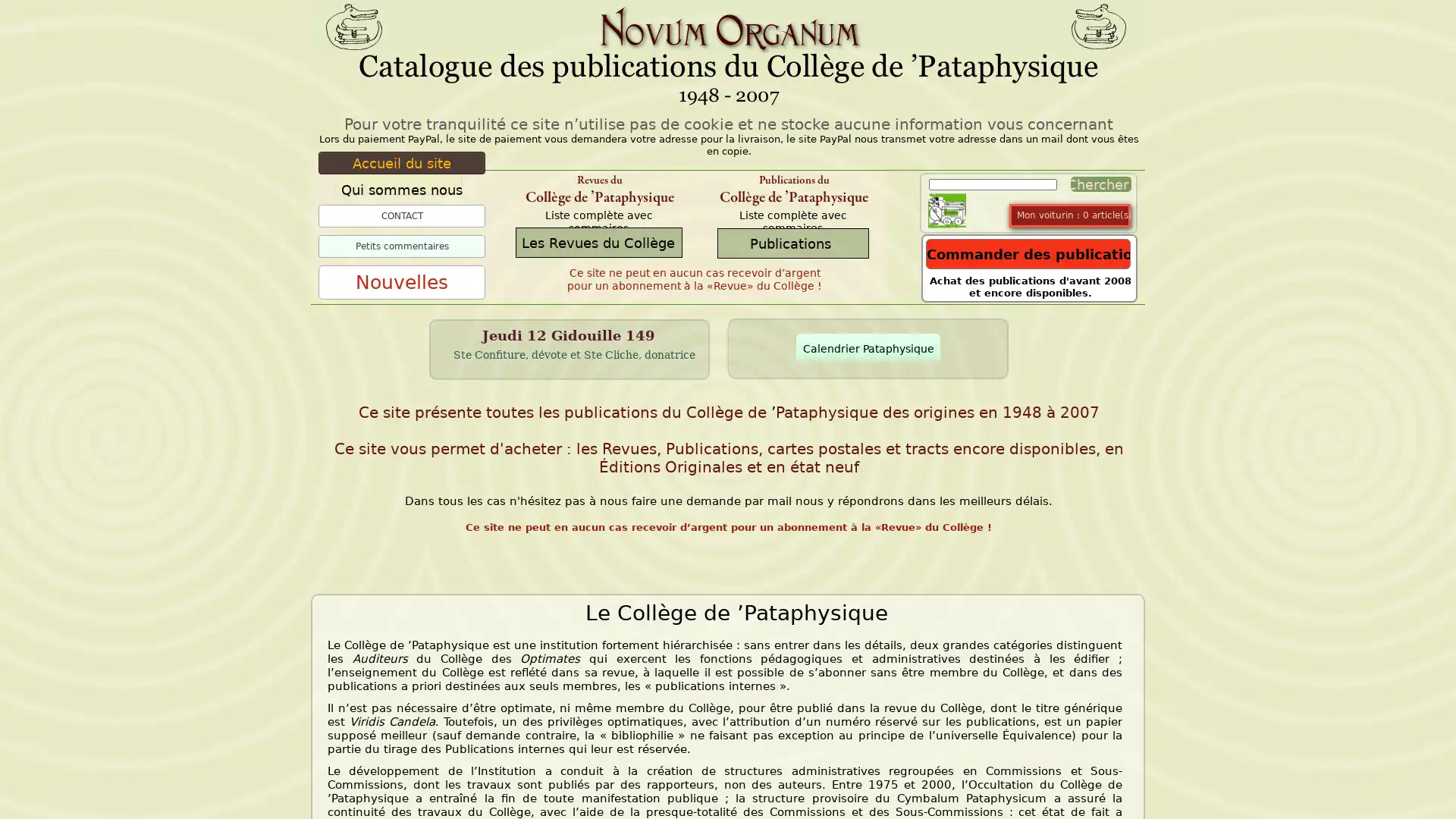 Image resolution: width=1456 pixels, height=819 pixels. I want to click on Mon voiturin : 0 article(s), so click(1073, 215).